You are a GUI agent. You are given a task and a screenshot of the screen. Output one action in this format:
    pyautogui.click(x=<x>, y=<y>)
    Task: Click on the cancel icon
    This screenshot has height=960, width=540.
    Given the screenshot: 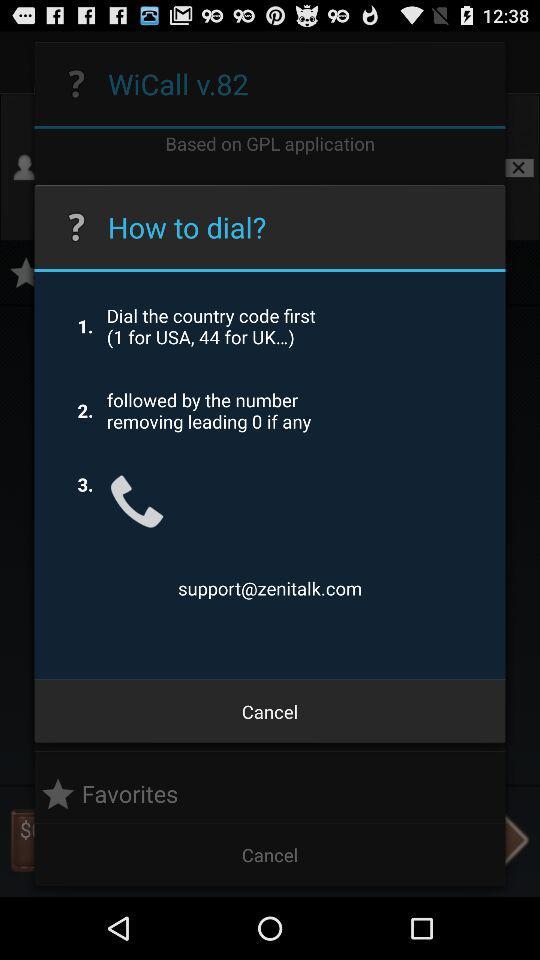 What is the action you would take?
    pyautogui.click(x=270, y=711)
    